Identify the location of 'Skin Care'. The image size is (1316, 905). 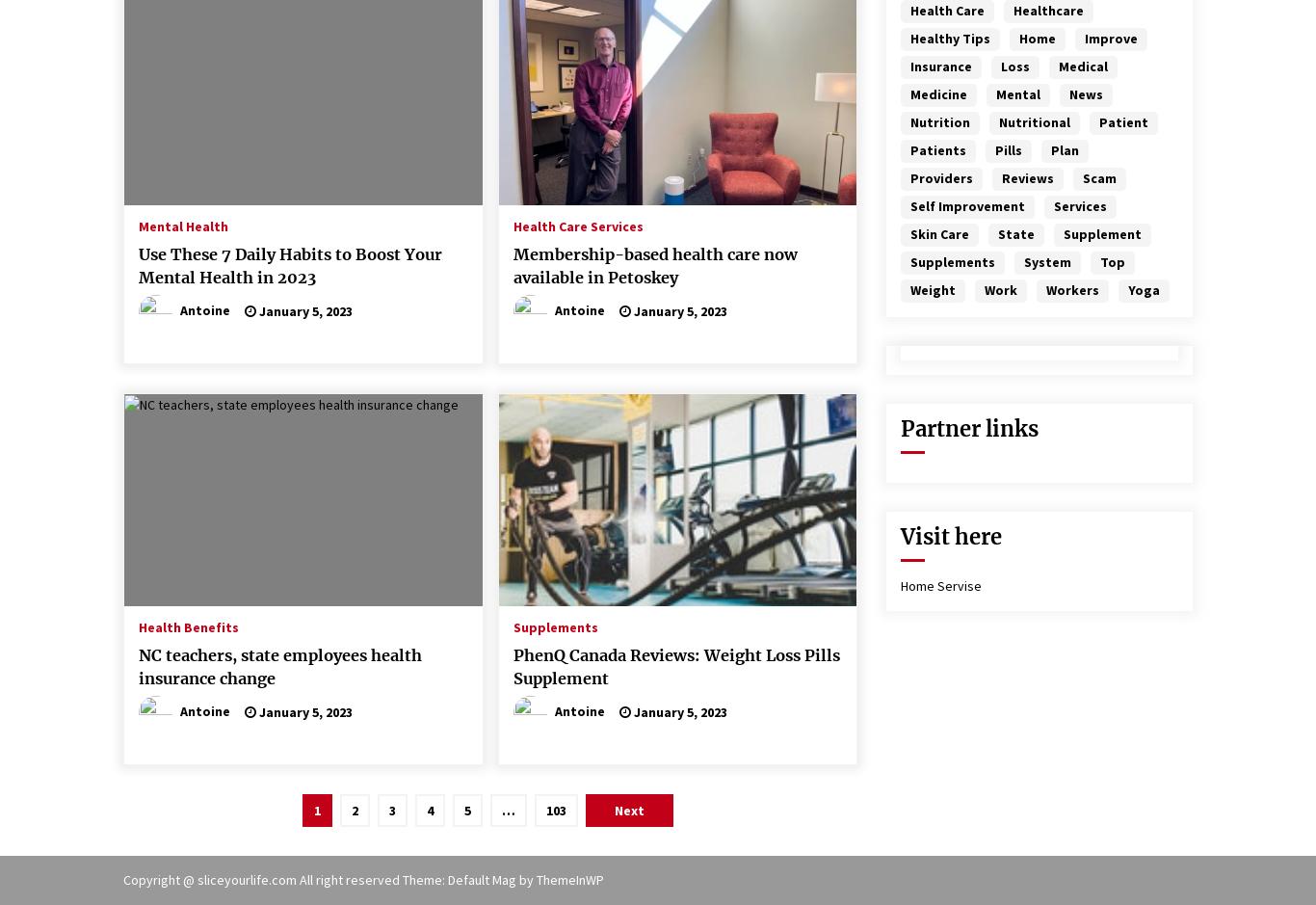
(939, 234).